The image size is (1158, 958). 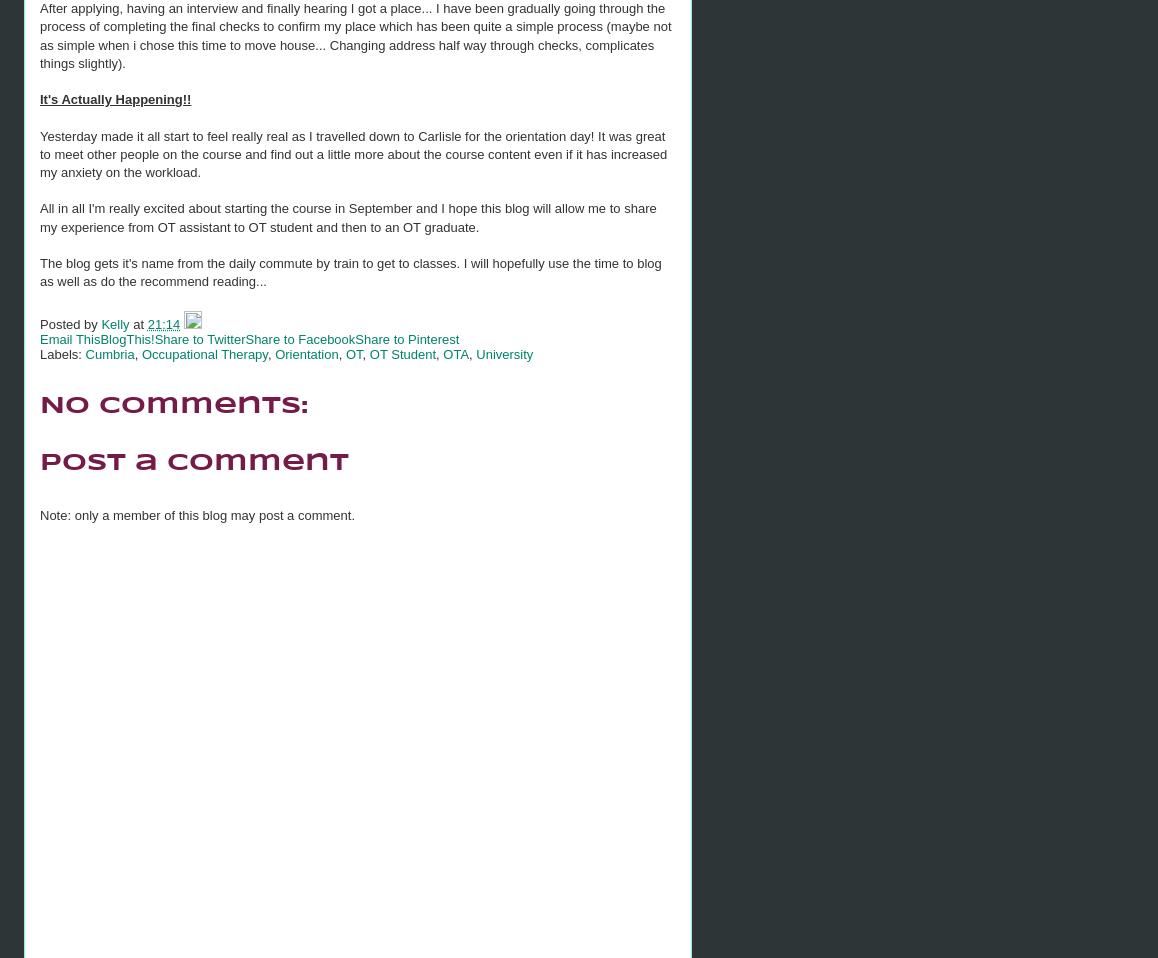 I want to click on 'It's Actually Happening!!', so click(x=115, y=99).